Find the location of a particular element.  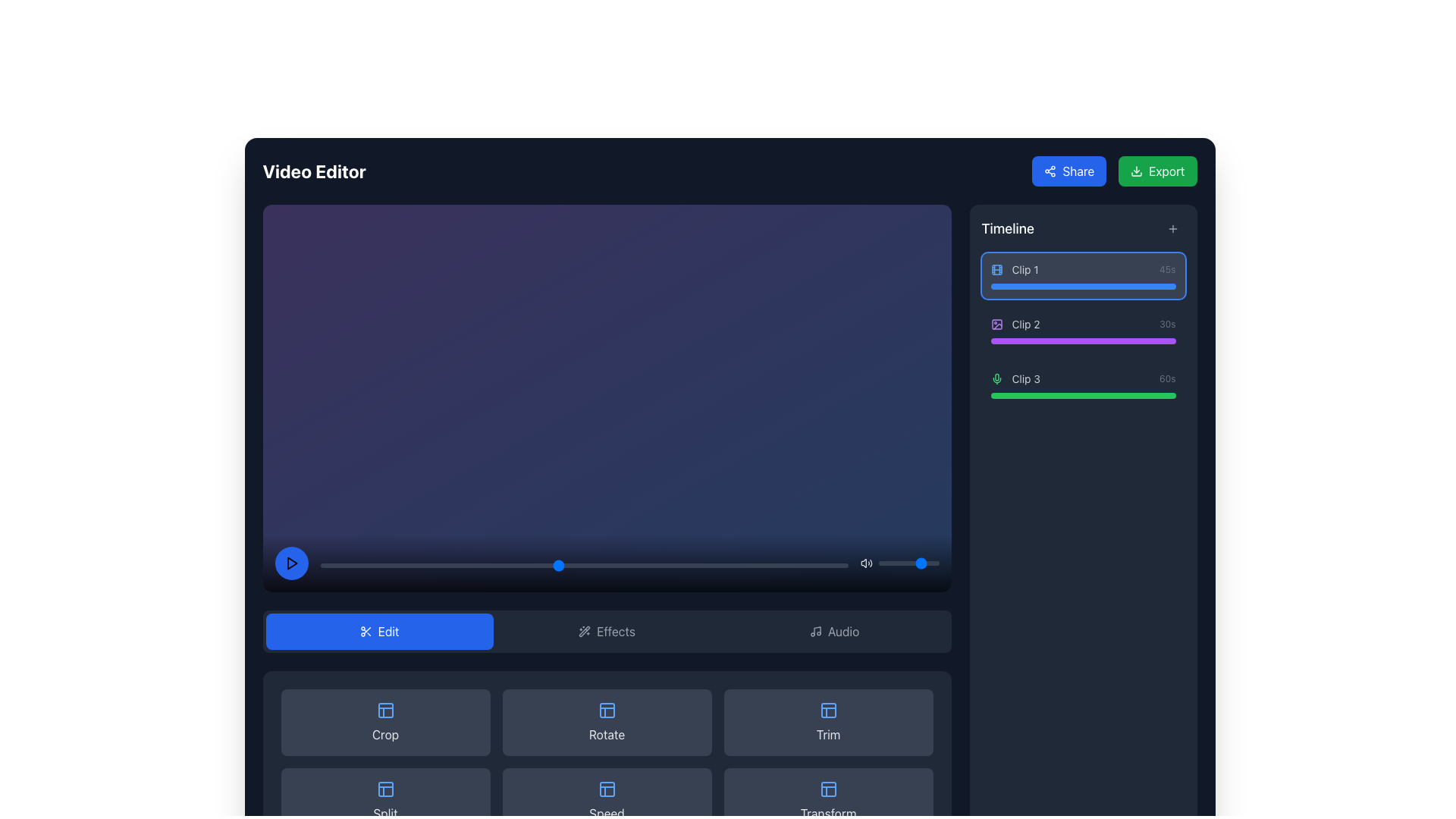

the 'Crop' button in the video editor, located in the first column of the top row of the grid layout is located at coordinates (385, 721).